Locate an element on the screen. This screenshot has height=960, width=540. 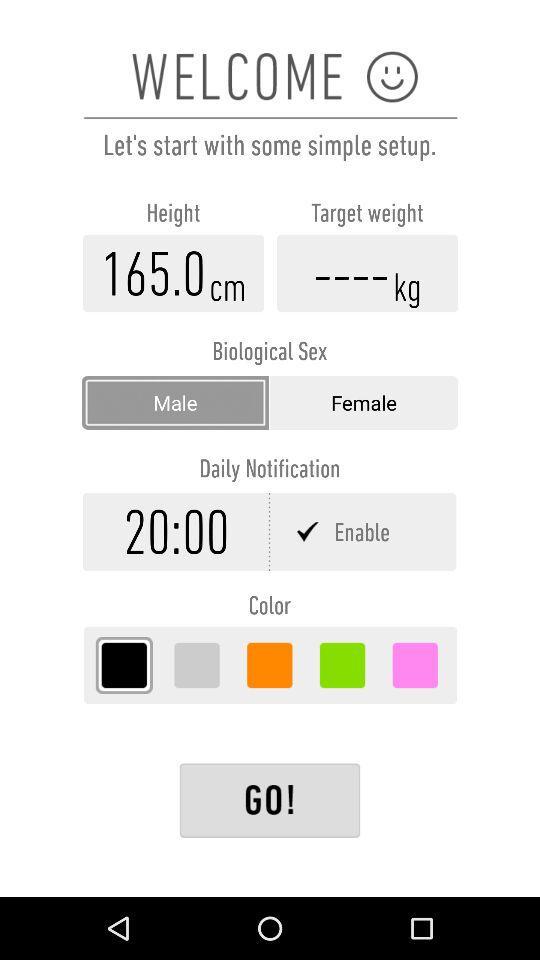
choose color scheme is located at coordinates (197, 665).